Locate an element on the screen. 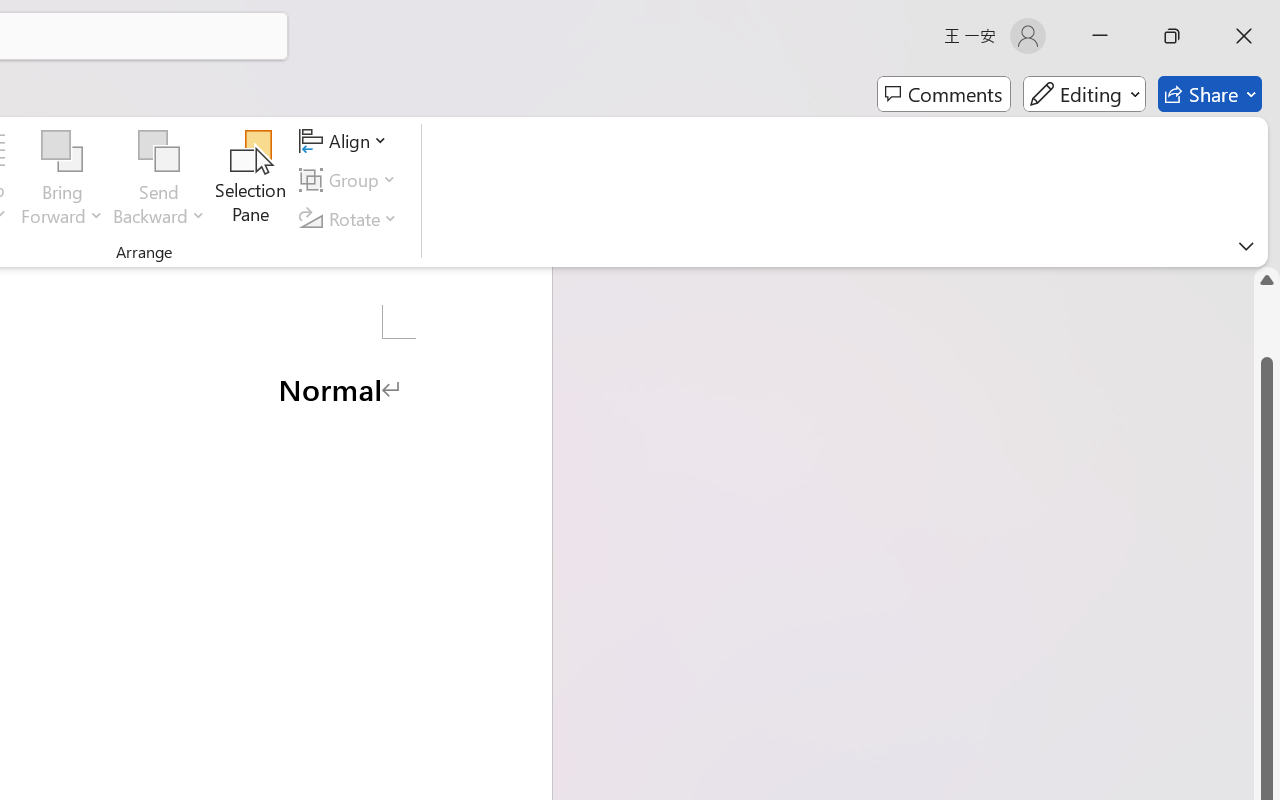  'Send Backward' is located at coordinates (158, 151).